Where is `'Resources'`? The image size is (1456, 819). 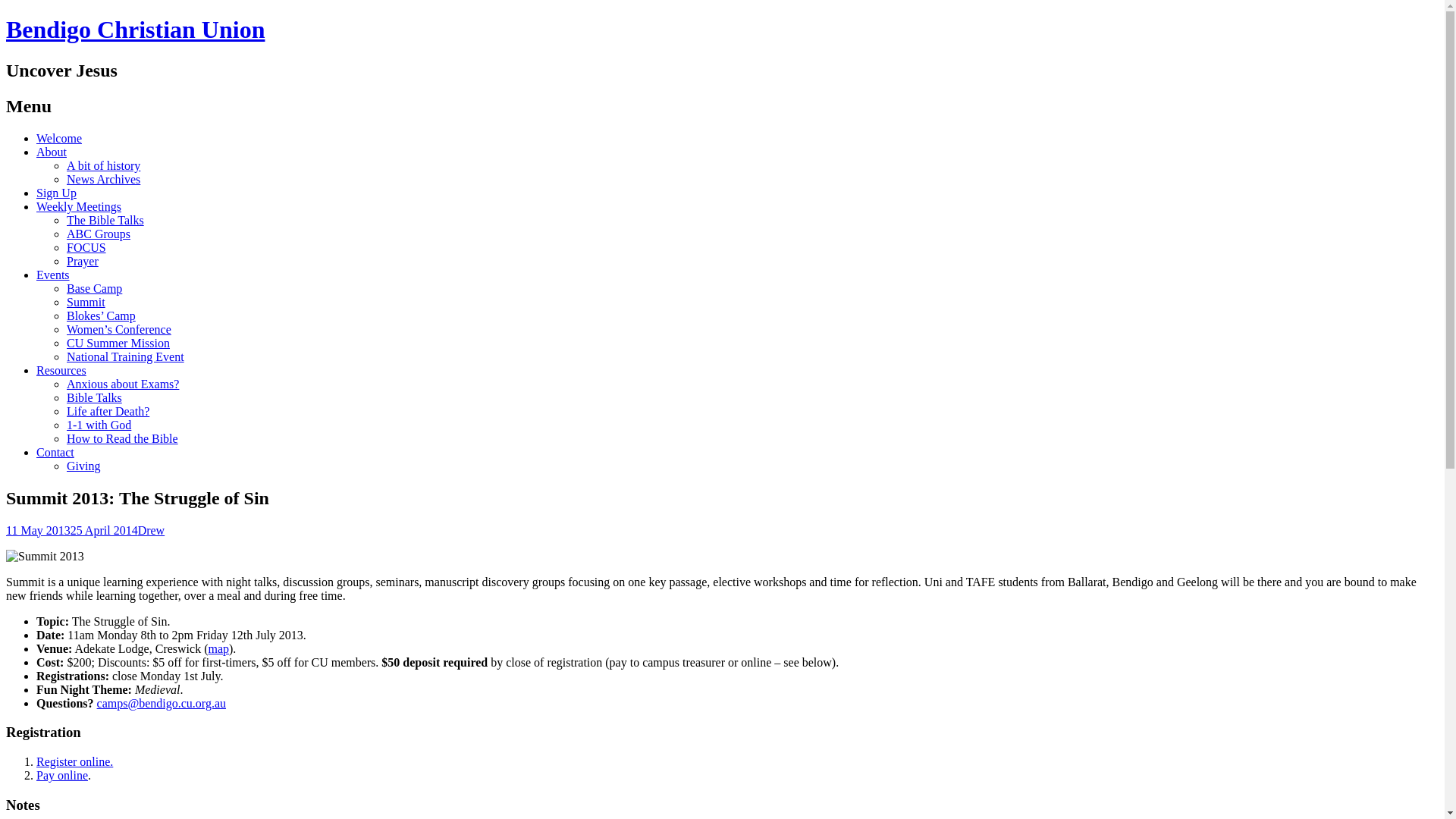
'Resources' is located at coordinates (61, 370).